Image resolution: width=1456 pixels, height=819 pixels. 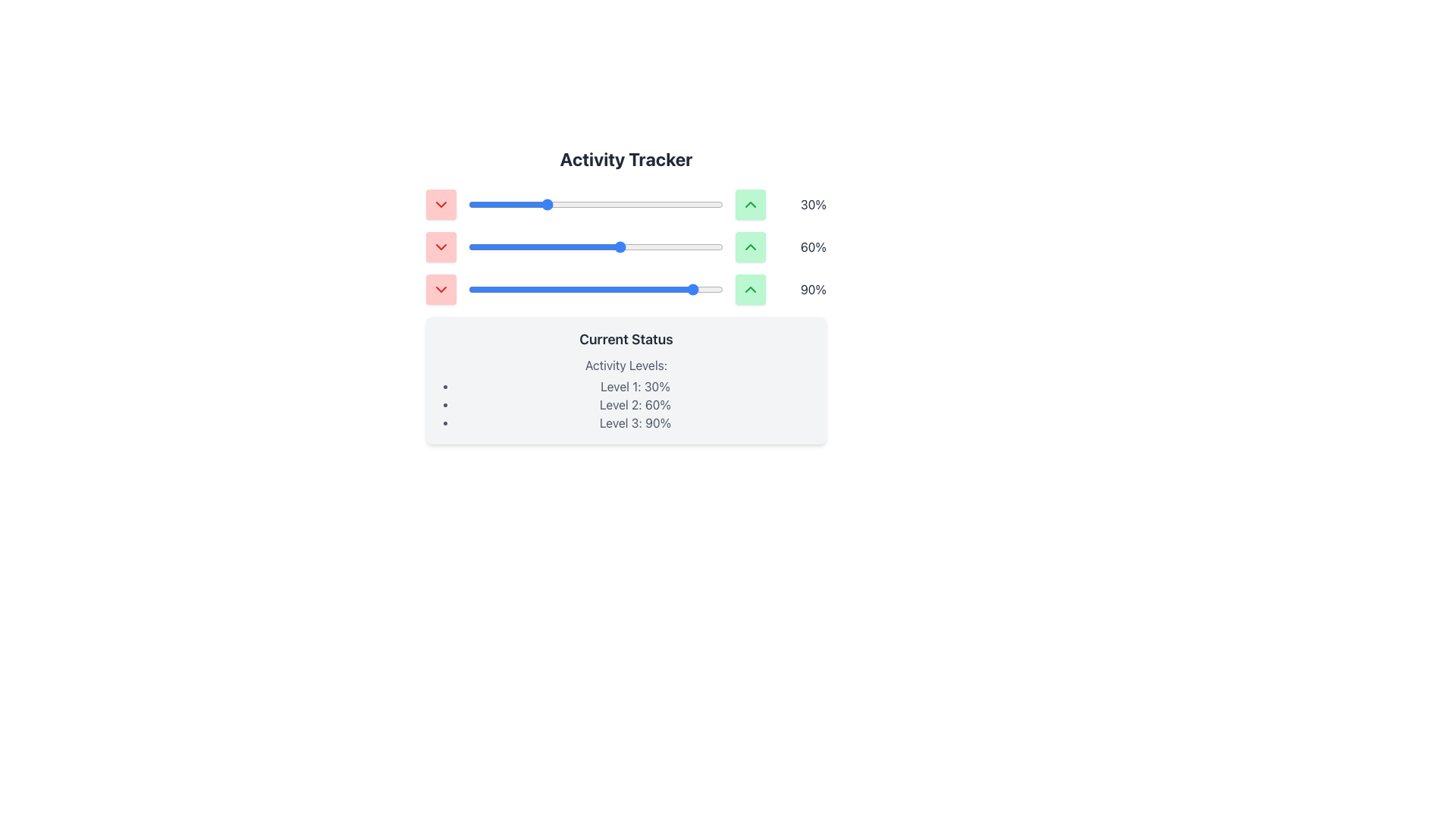 I want to click on text label stating 'Activity Levels:' which is styled in gray color and located within the 'Current Status' section, positioned directly beneath the section header and above the bulleted list, so click(x=626, y=366).